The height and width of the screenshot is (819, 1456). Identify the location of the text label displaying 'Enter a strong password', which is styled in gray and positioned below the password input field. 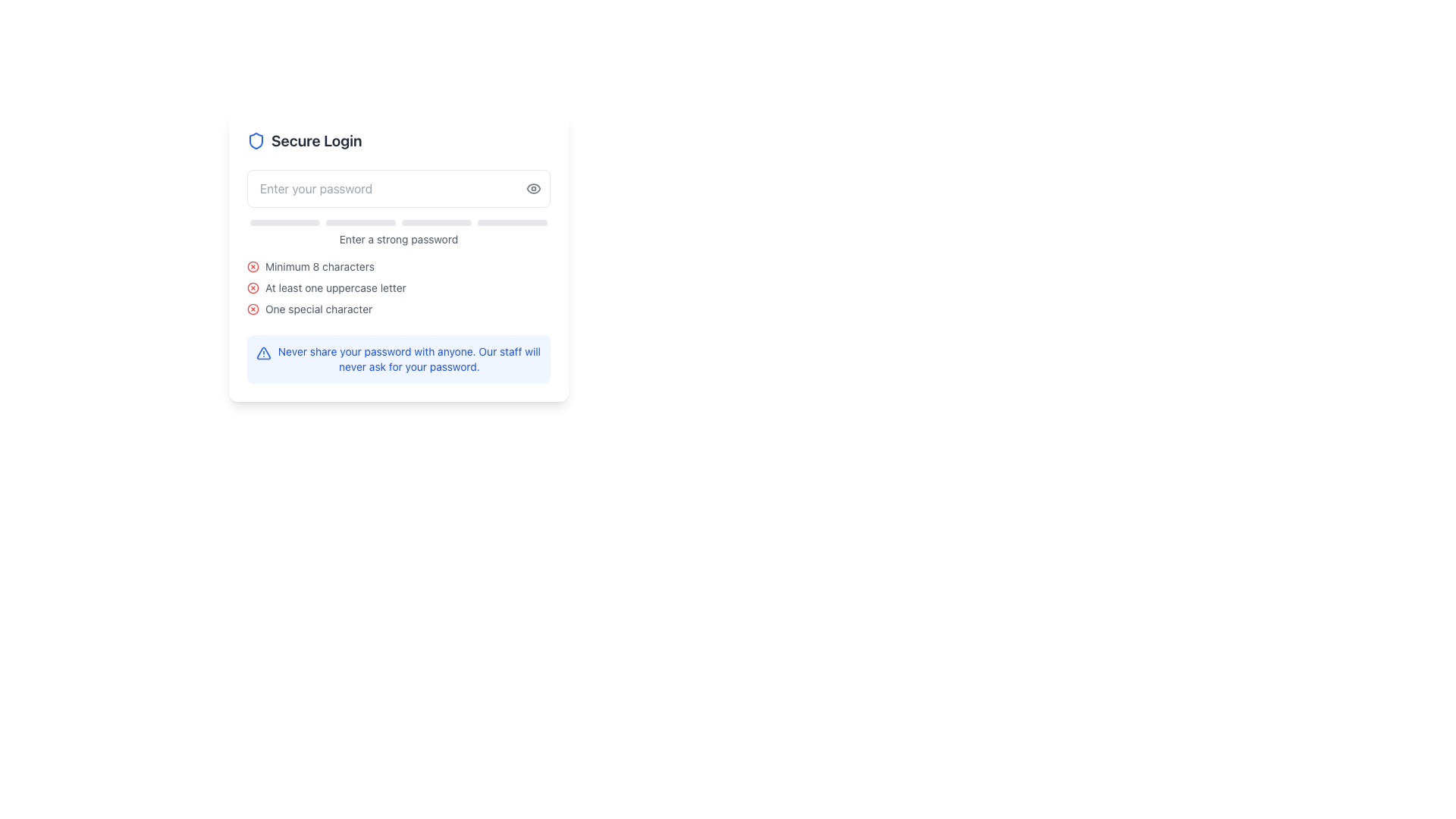
(399, 234).